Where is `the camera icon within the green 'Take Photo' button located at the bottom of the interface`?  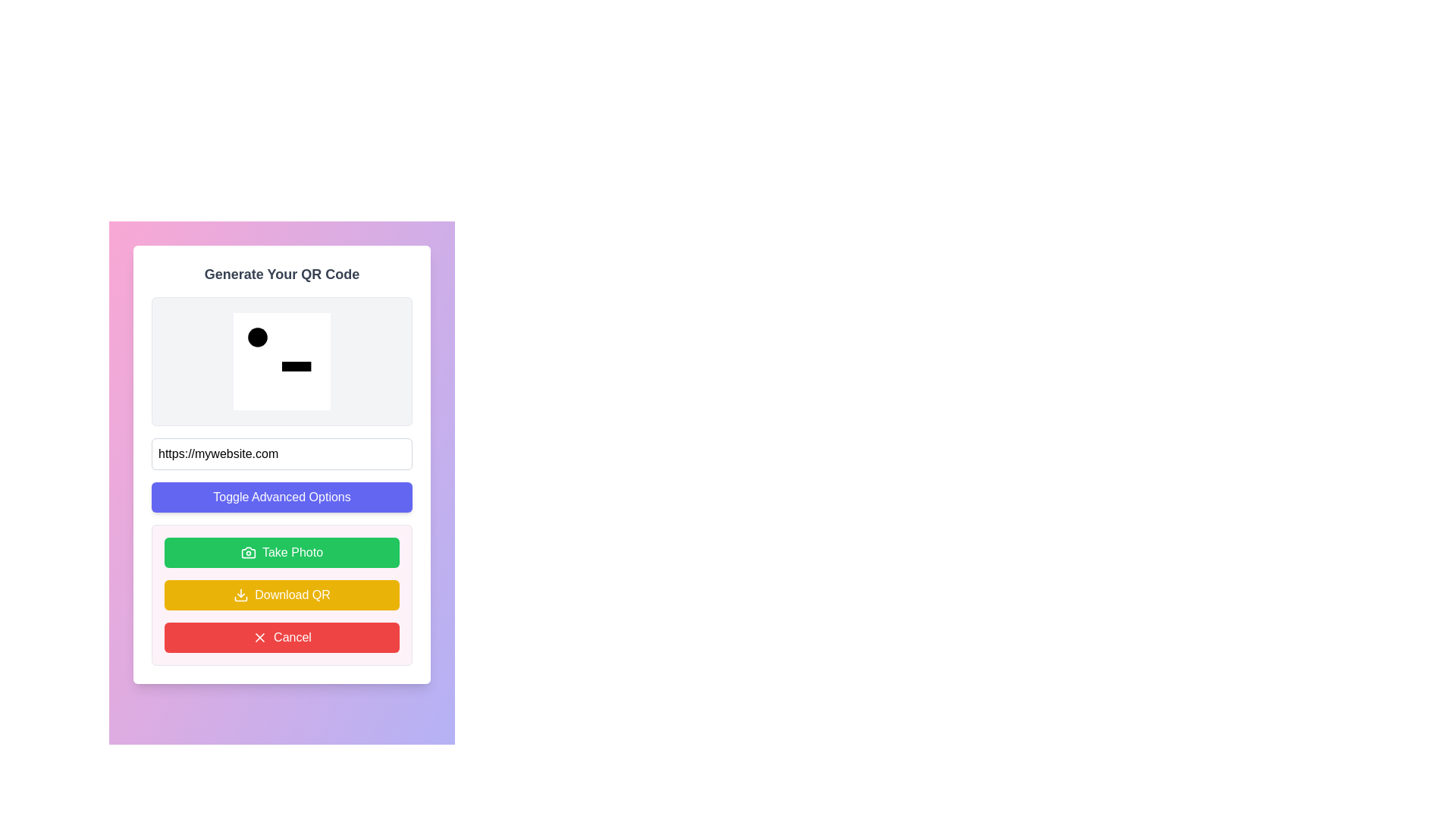
the camera icon within the green 'Take Photo' button located at the bottom of the interface is located at coordinates (248, 553).